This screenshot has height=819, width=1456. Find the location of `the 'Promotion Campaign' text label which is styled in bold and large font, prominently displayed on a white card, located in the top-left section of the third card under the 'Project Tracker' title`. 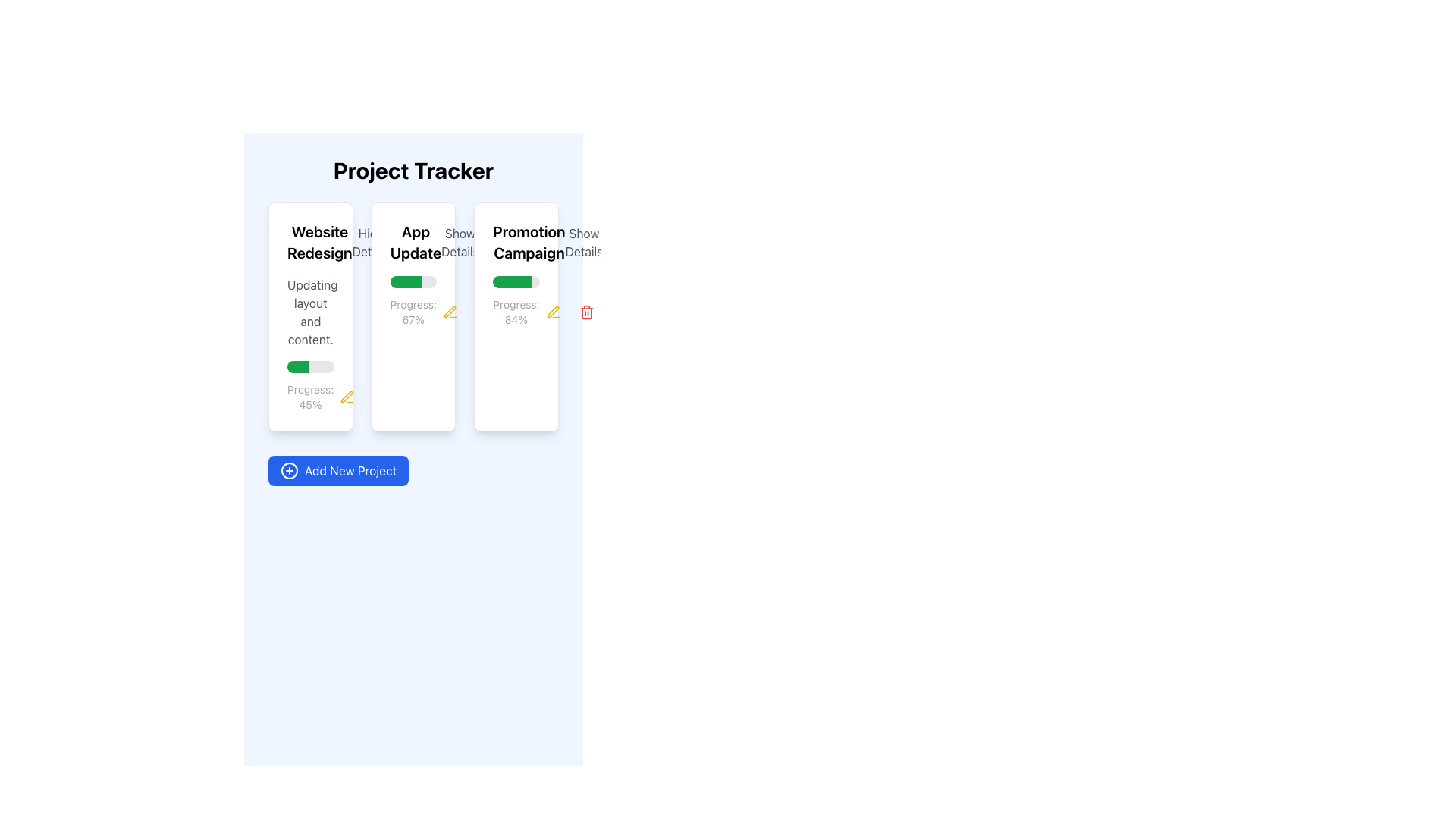

the 'Promotion Campaign' text label which is styled in bold and large font, prominently displayed on a white card, located in the top-left section of the third card under the 'Project Tracker' title is located at coordinates (529, 242).